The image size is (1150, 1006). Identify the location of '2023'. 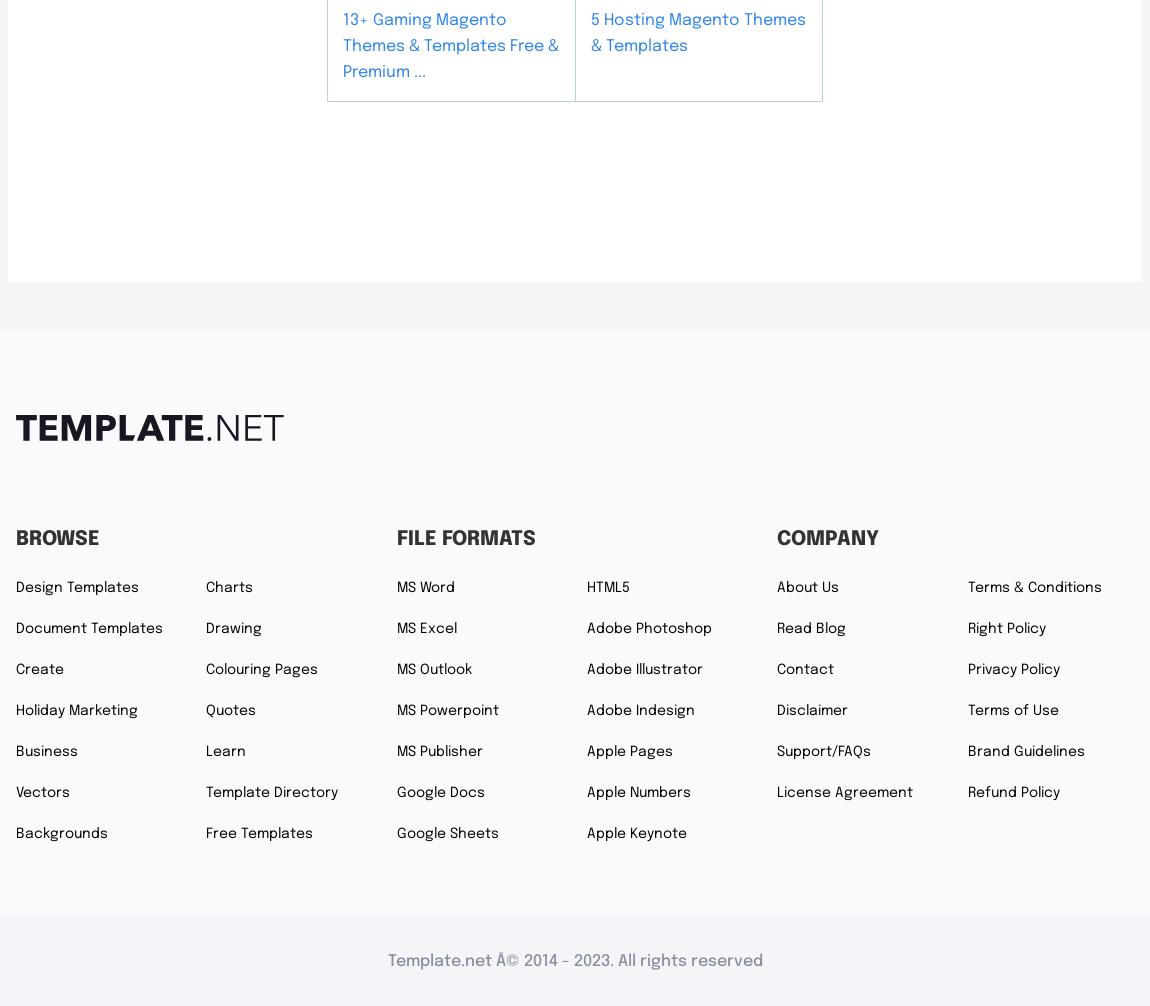
(589, 960).